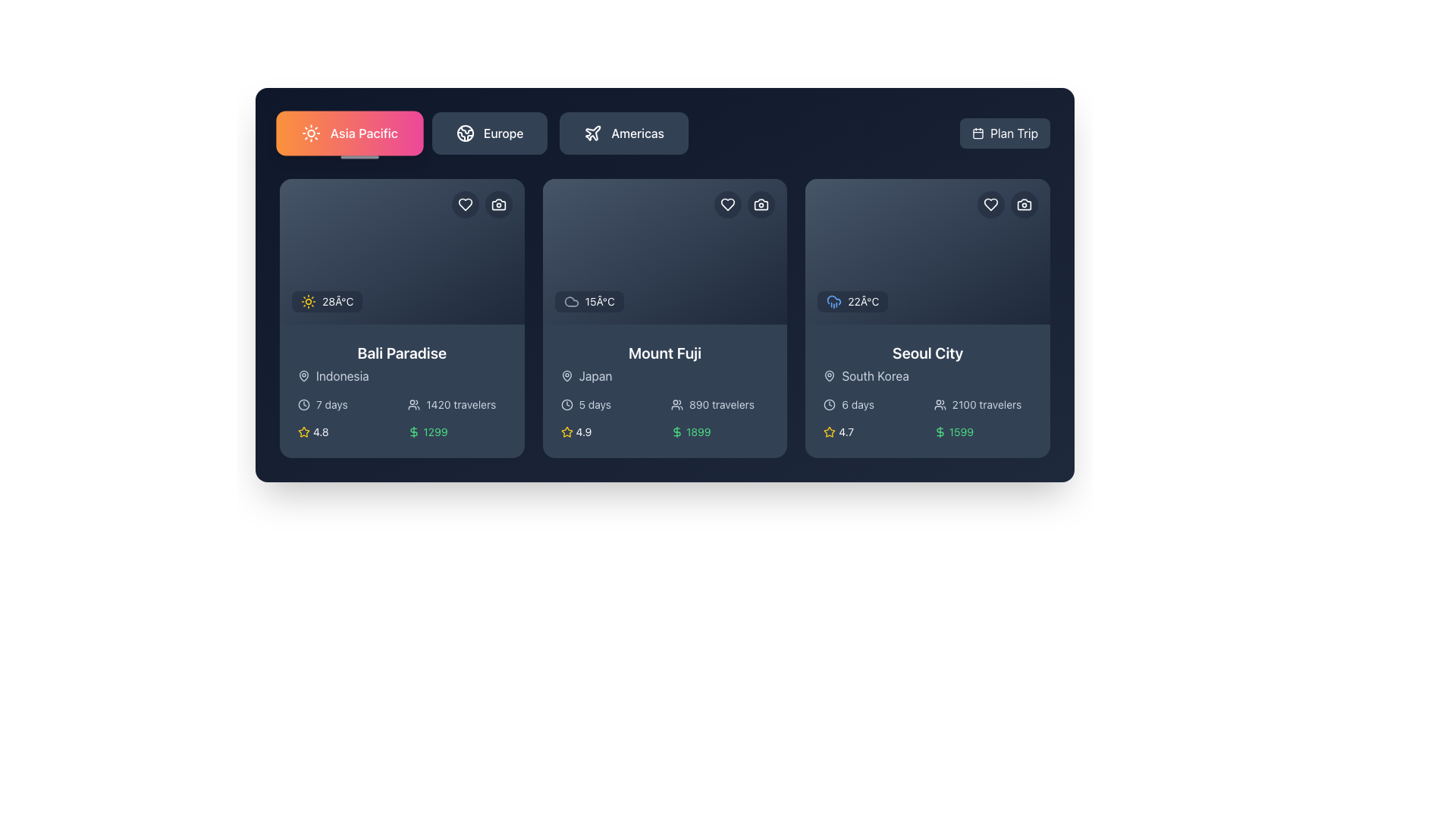 This screenshot has height=819, width=1456. What do you see at coordinates (498, 205) in the screenshot?
I see `the circular button with a dark background and a white camera icon, located as the second button from the right at the top-right corner of the card component` at bounding box center [498, 205].